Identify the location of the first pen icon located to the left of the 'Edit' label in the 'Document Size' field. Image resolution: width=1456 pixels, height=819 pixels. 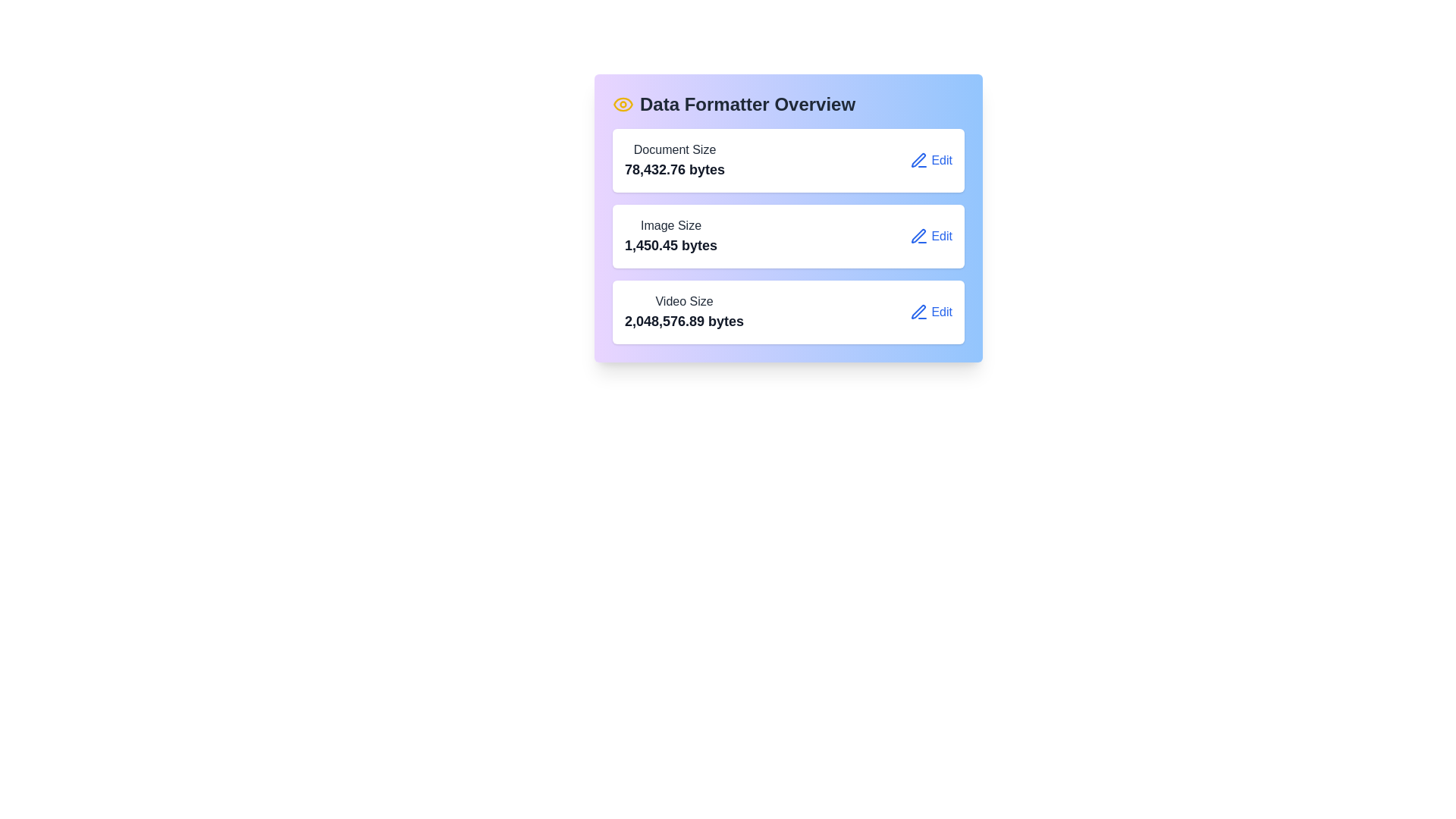
(918, 161).